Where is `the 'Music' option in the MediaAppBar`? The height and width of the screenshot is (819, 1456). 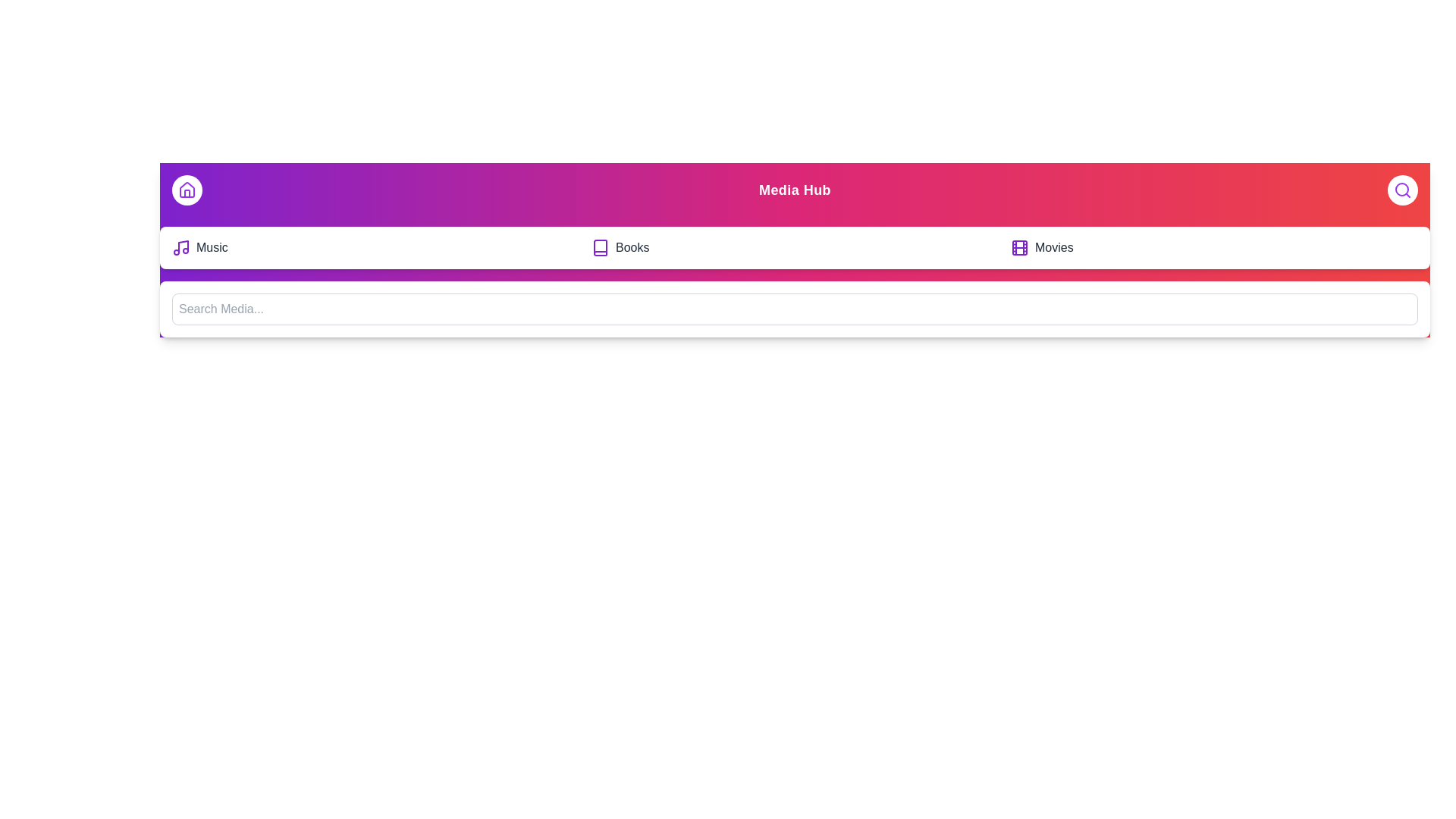 the 'Music' option in the MediaAppBar is located at coordinates (375, 247).